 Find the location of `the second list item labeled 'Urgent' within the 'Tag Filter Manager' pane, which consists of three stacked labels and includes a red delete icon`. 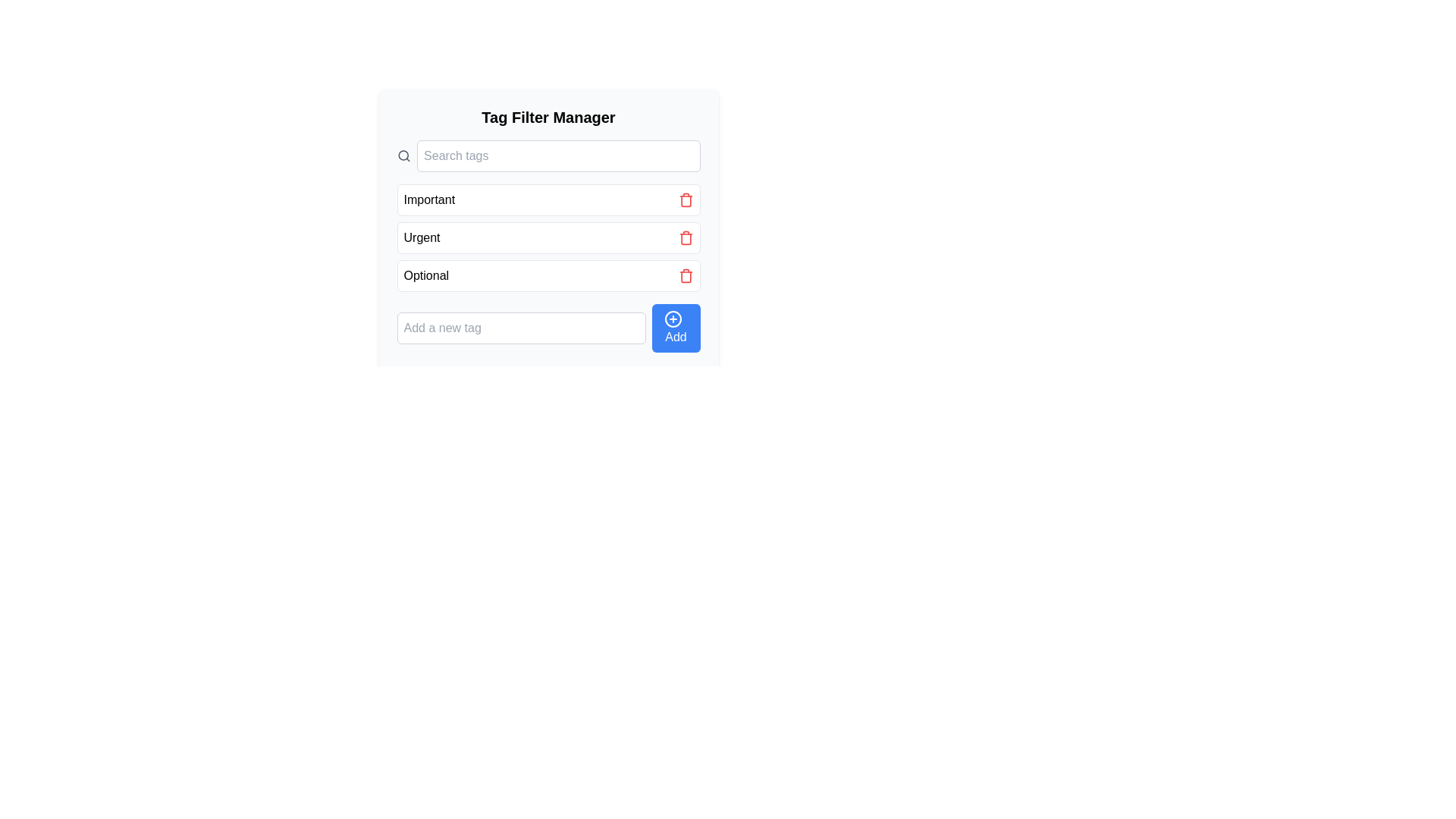

the second list item labeled 'Urgent' within the 'Tag Filter Manager' pane, which consists of three stacked labels and includes a red delete icon is located at coordinates (548, 237).